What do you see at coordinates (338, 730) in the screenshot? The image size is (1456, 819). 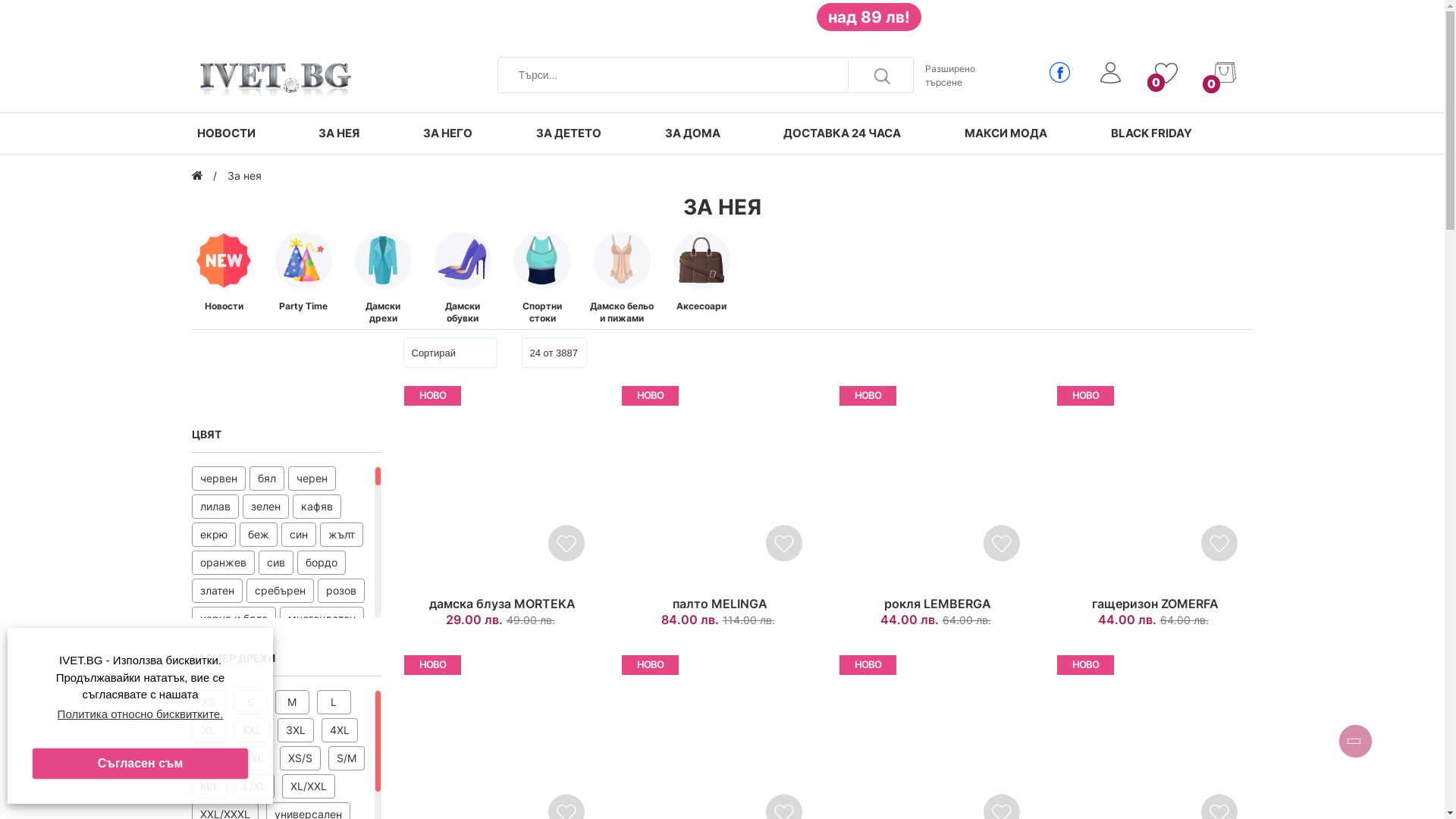 I see `'4XL'` at bounding box center [338, 730].